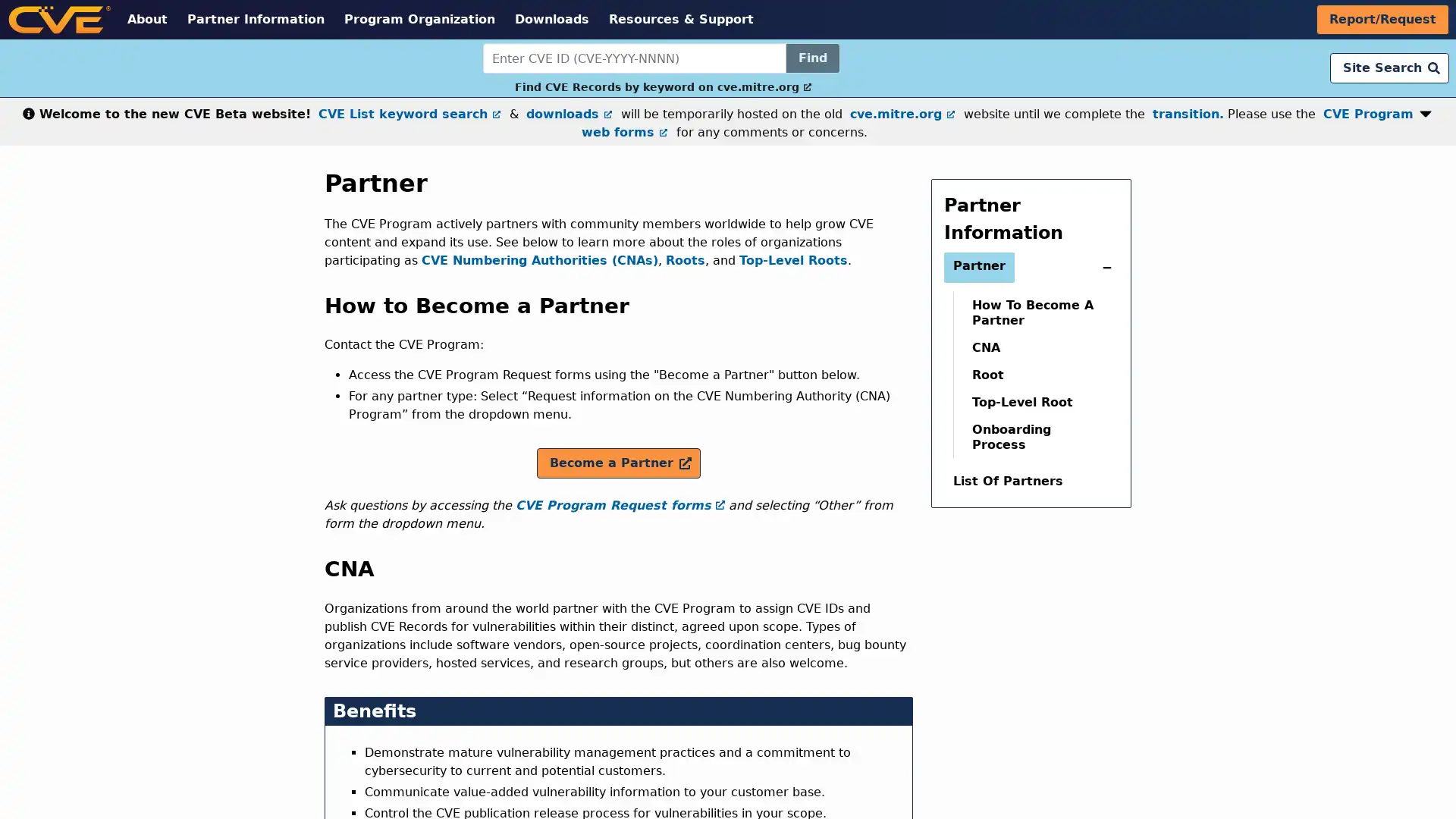 The image size is (1456, 819). I want to click on expand, so click(1103, 267).